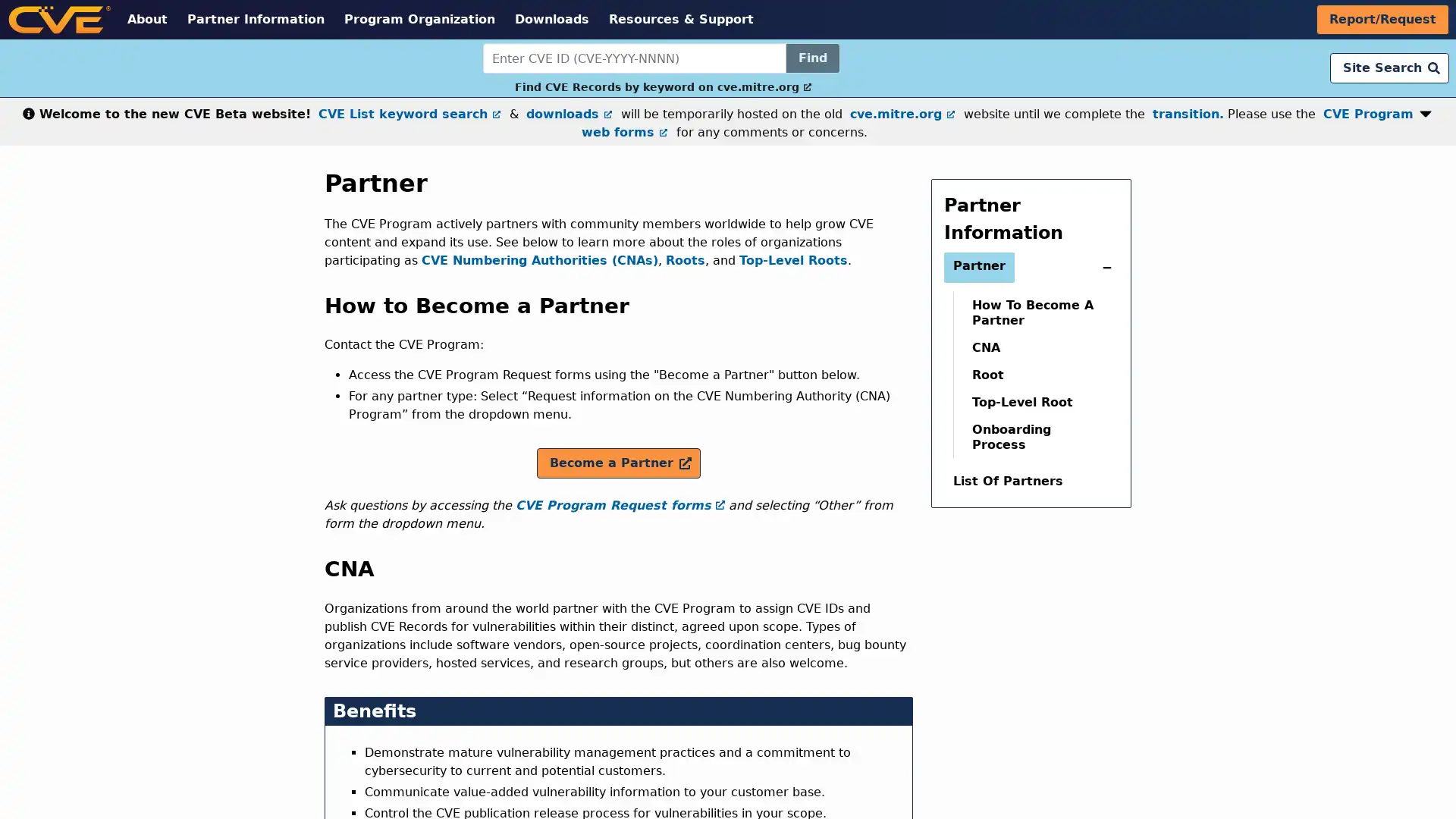 The image size is (1456, 819). I want to click on expand, so click(1103, 267).